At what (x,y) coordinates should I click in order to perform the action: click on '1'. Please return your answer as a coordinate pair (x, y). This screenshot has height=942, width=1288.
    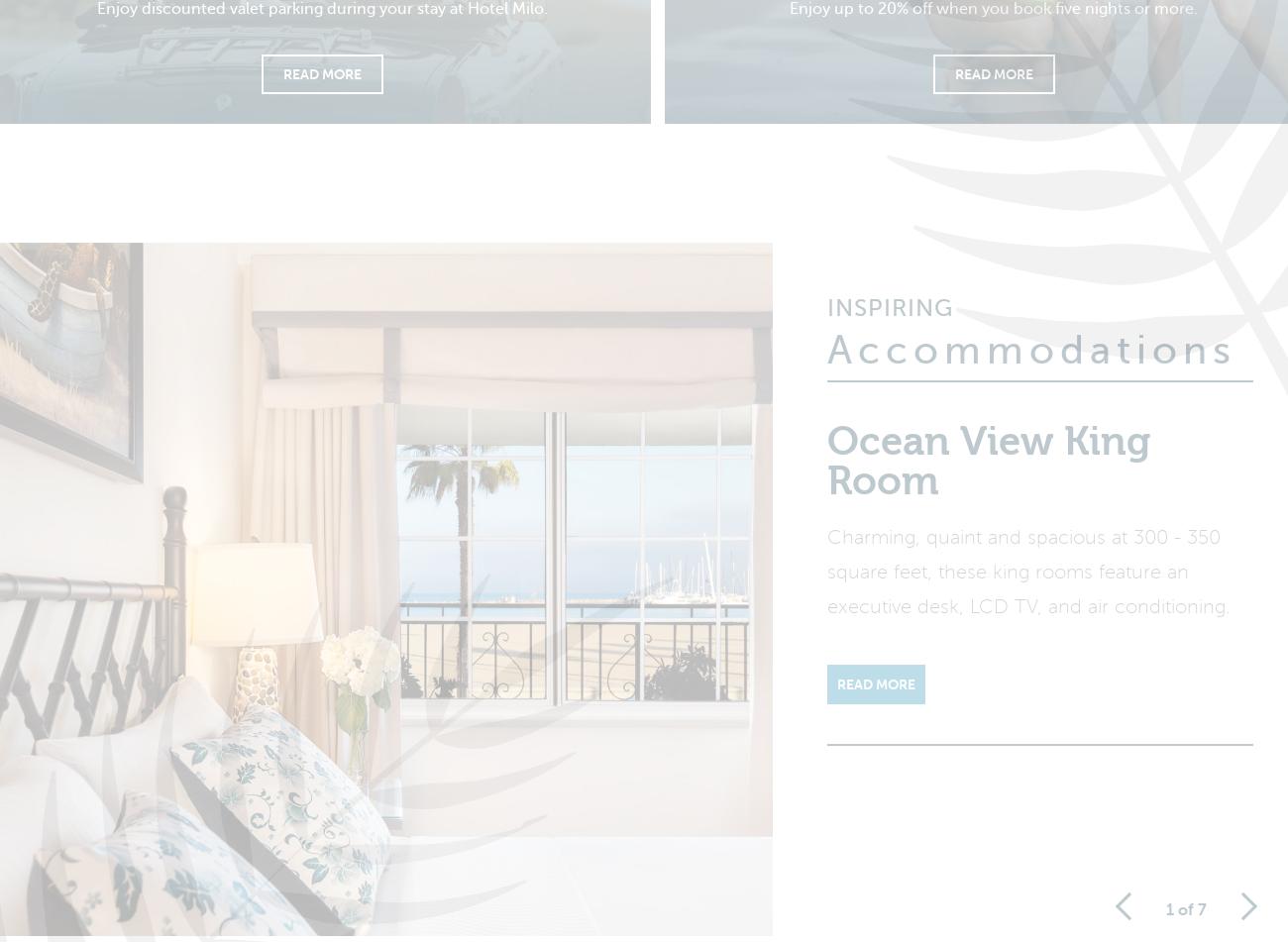
    Looking at the image, I should click on (1169, 921).